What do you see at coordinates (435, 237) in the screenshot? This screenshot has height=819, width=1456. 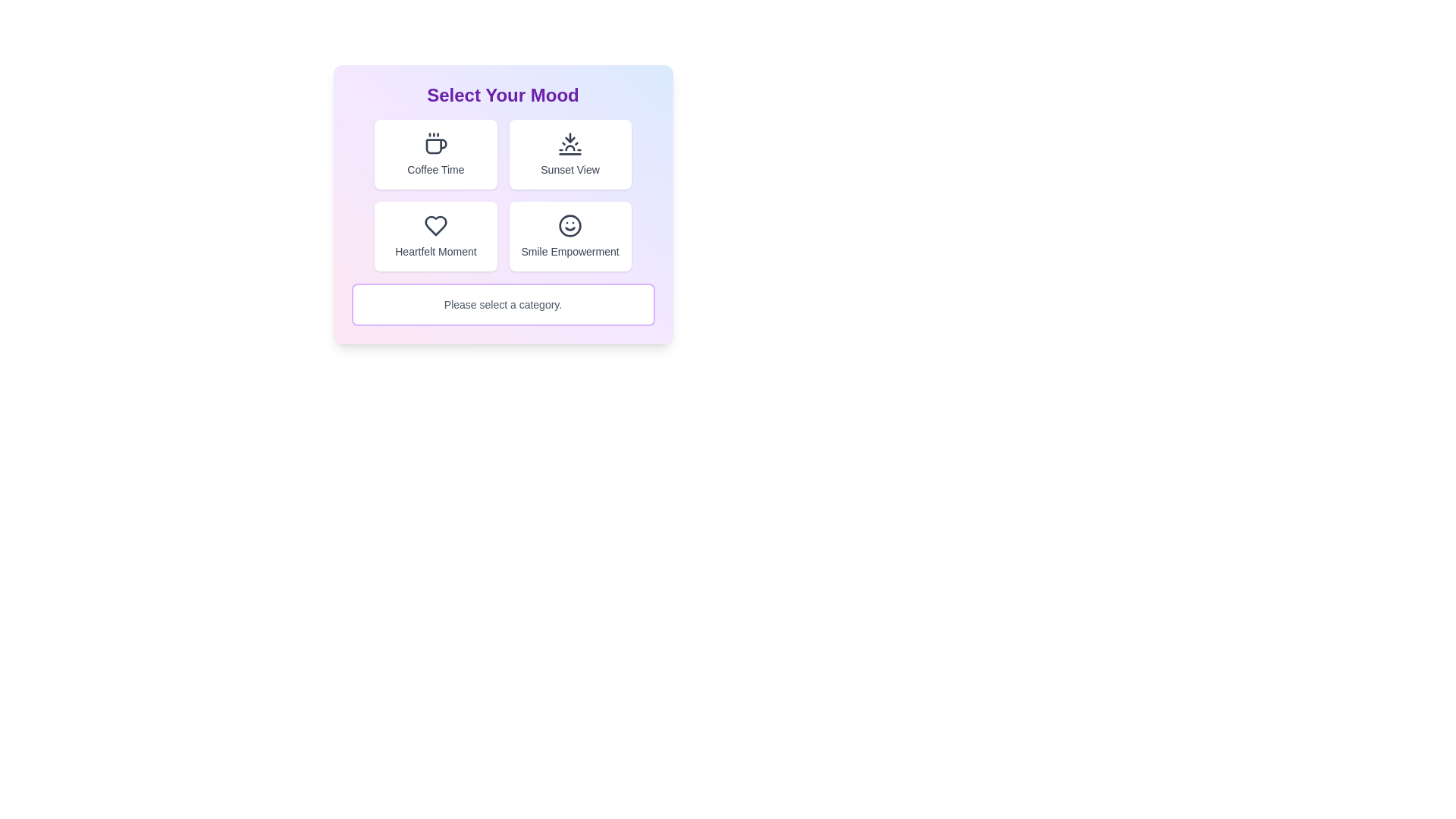 I see `the button labeled 'Heartfelt Moment' which features a heart icon above it` at bounding box center [435, 237].